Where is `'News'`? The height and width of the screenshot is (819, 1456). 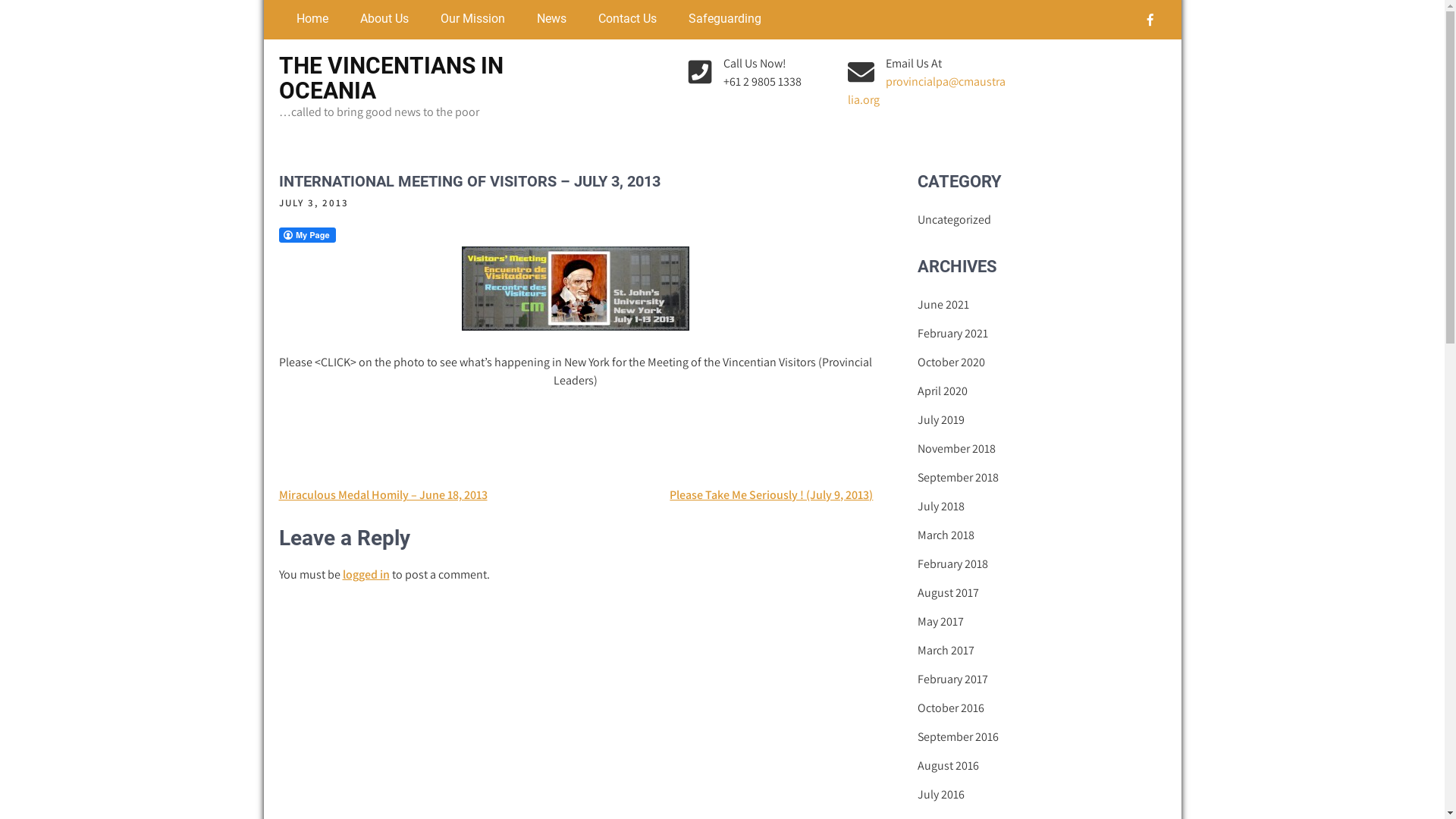 'News' is located at coordinates (519, 19).